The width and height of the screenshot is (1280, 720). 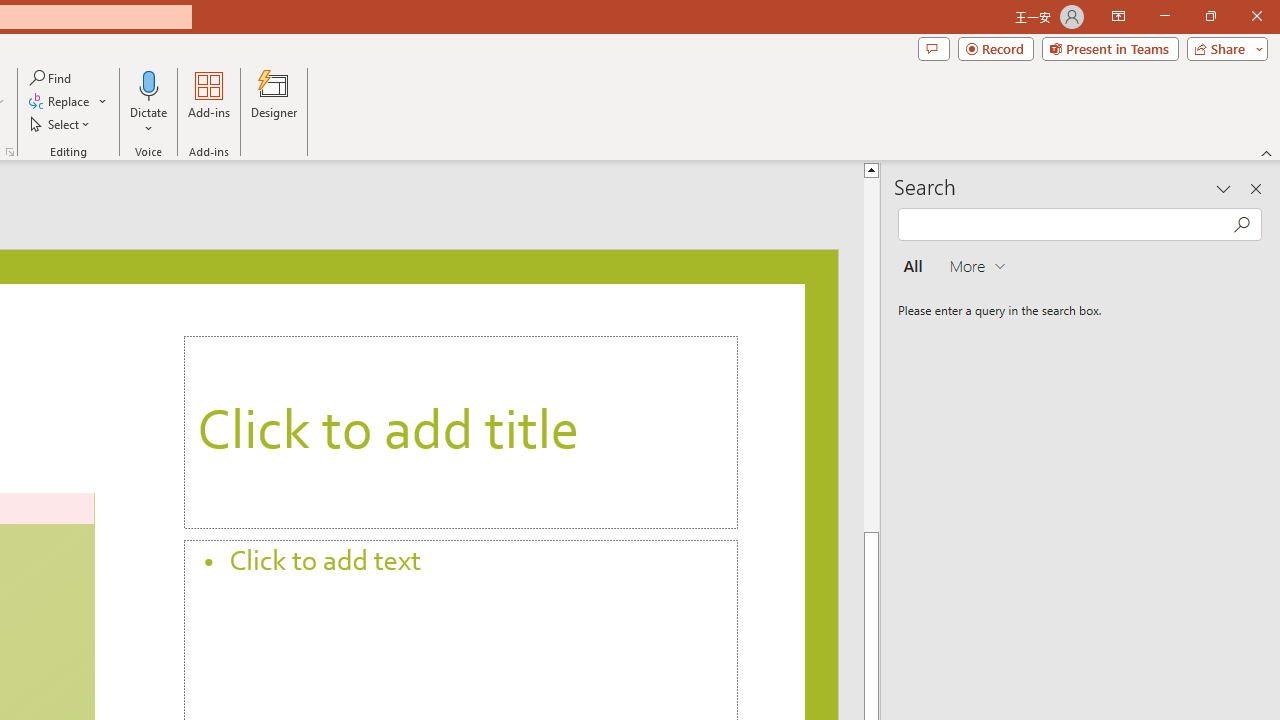 What do you see at coordinates (1209, 16) in the screenshot?
I see `'Restore Down'` at bounding box center [1209, 16].